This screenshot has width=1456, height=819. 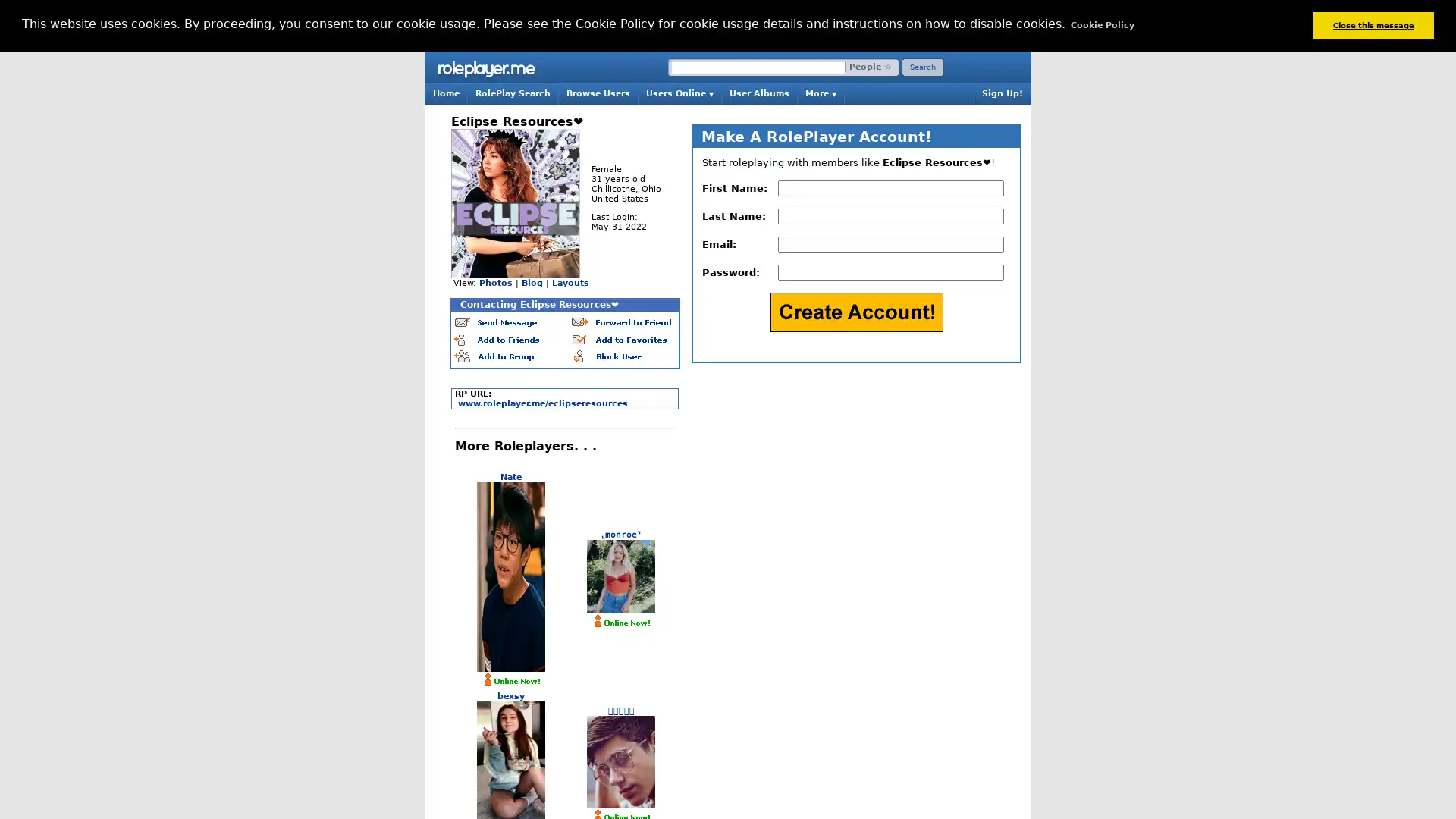 I want to click on learn more about cookies, so click(x=1102, y=25).